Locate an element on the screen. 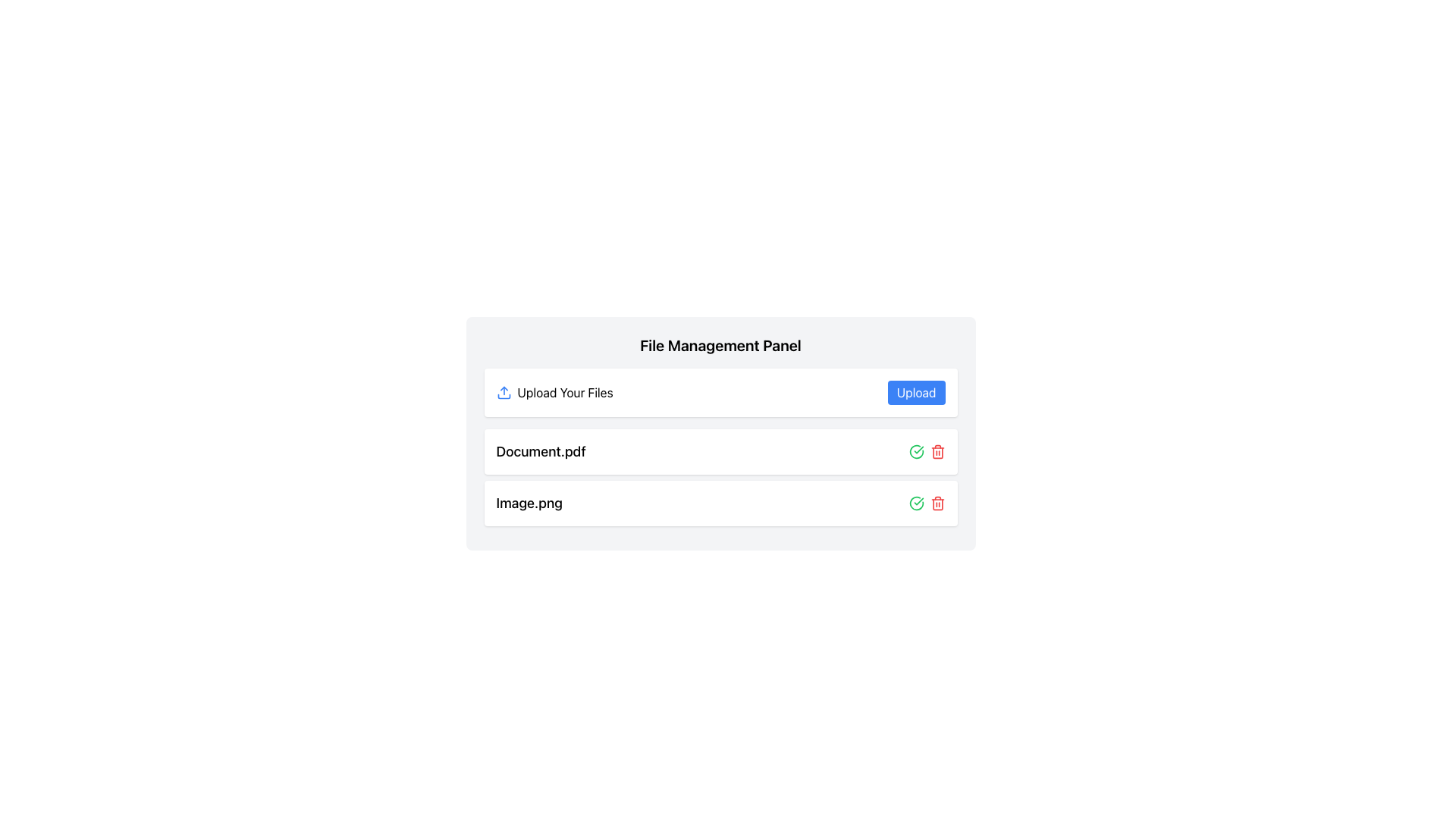 The width and height of the screenshot is (1456, 819). the Text Label that displays the name of the file, located under the 'File Management Panel' heading and above 'Image.png' is located at coordinates (541, 451).